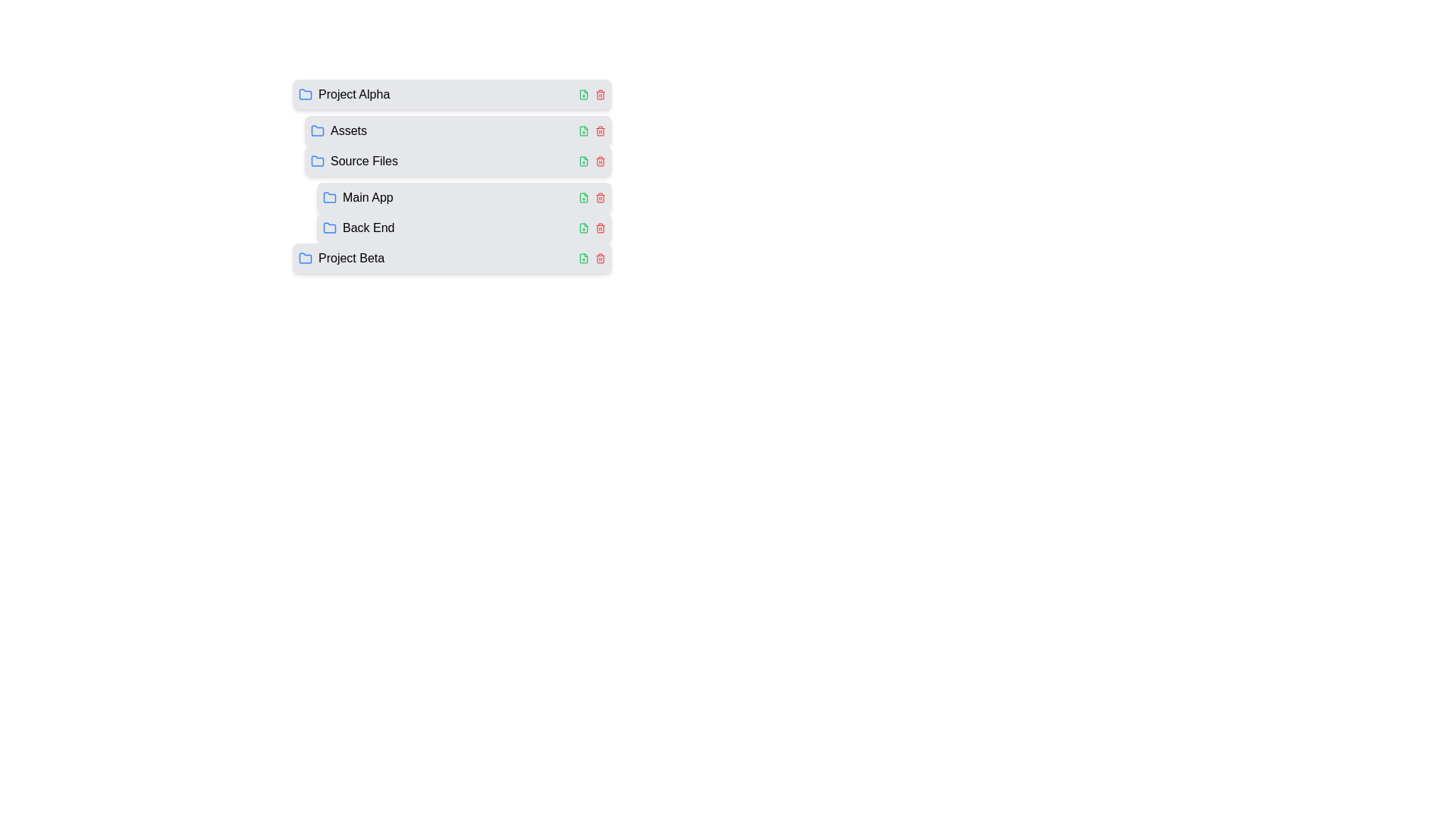  I want to click on the icon located to the left of the 'Main App' text label, so click(329, 197).